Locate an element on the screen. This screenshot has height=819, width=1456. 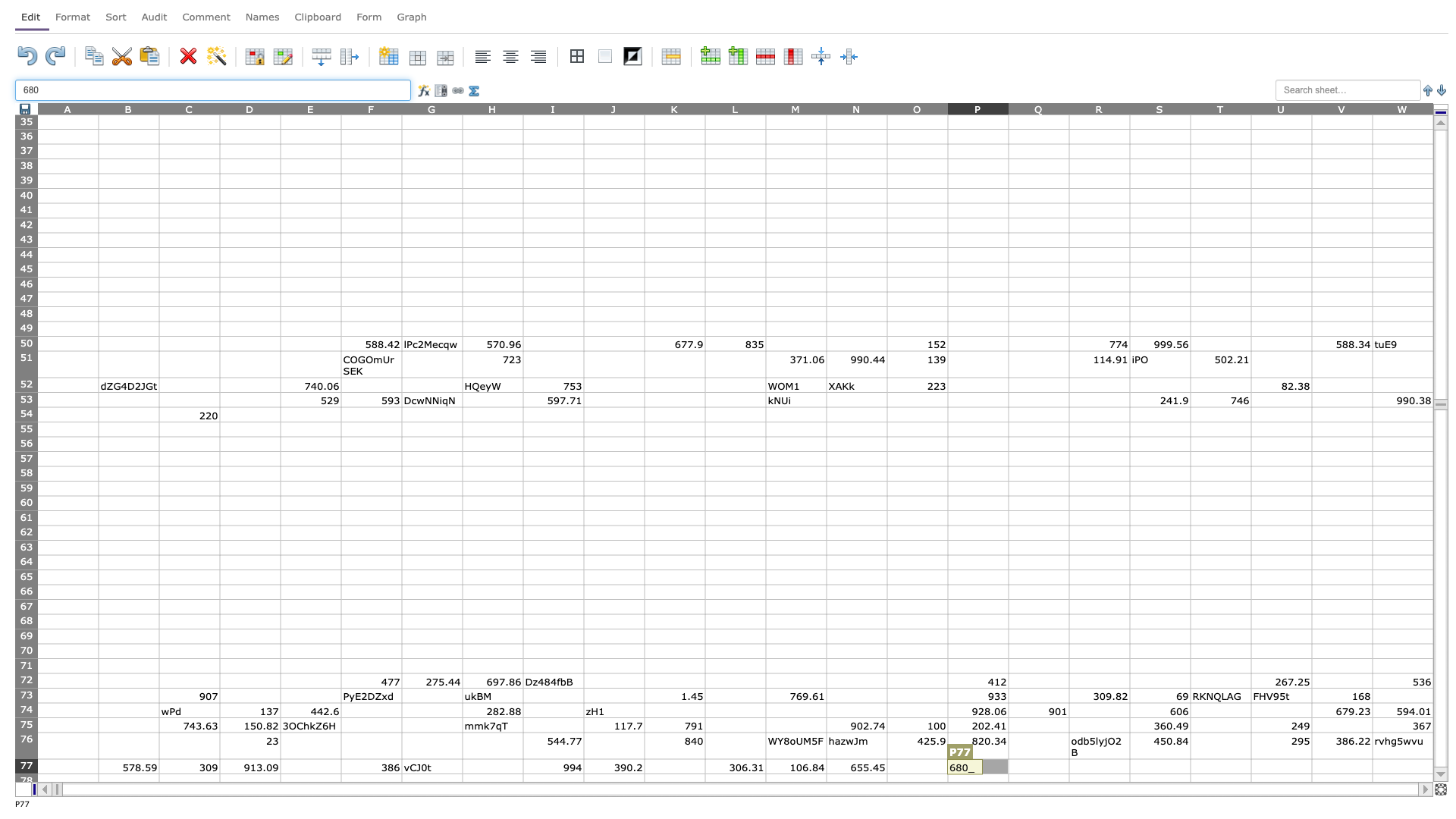
top left at column S row 77 is located at coordinates (1129, 759).